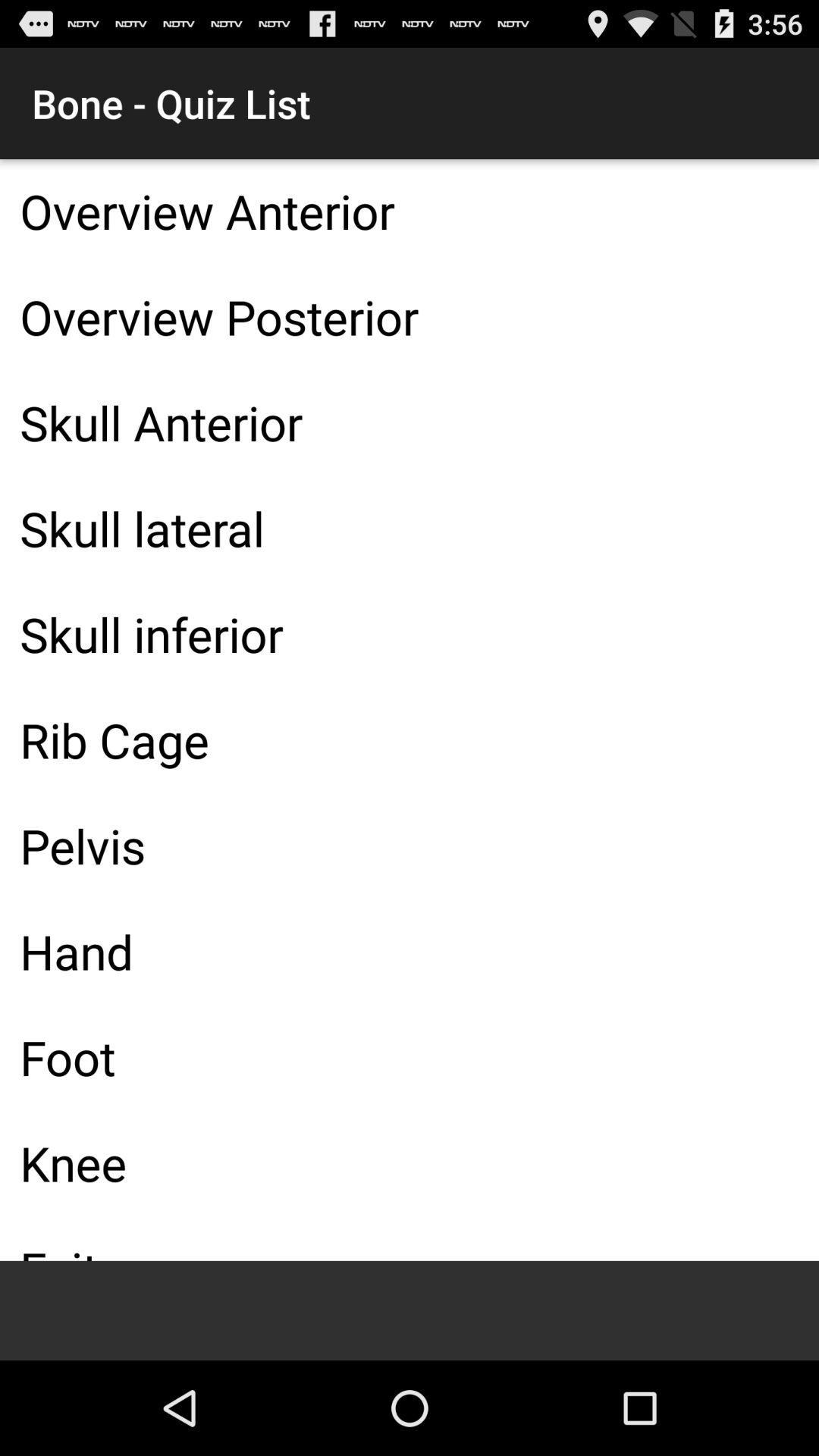 Image resolution: width=819 pixels, height=1456 pixels. What do you see at coordinates (409, 739) in the screenshot?
I see `the app below the skull inferior` at bounding box center [409, 739].